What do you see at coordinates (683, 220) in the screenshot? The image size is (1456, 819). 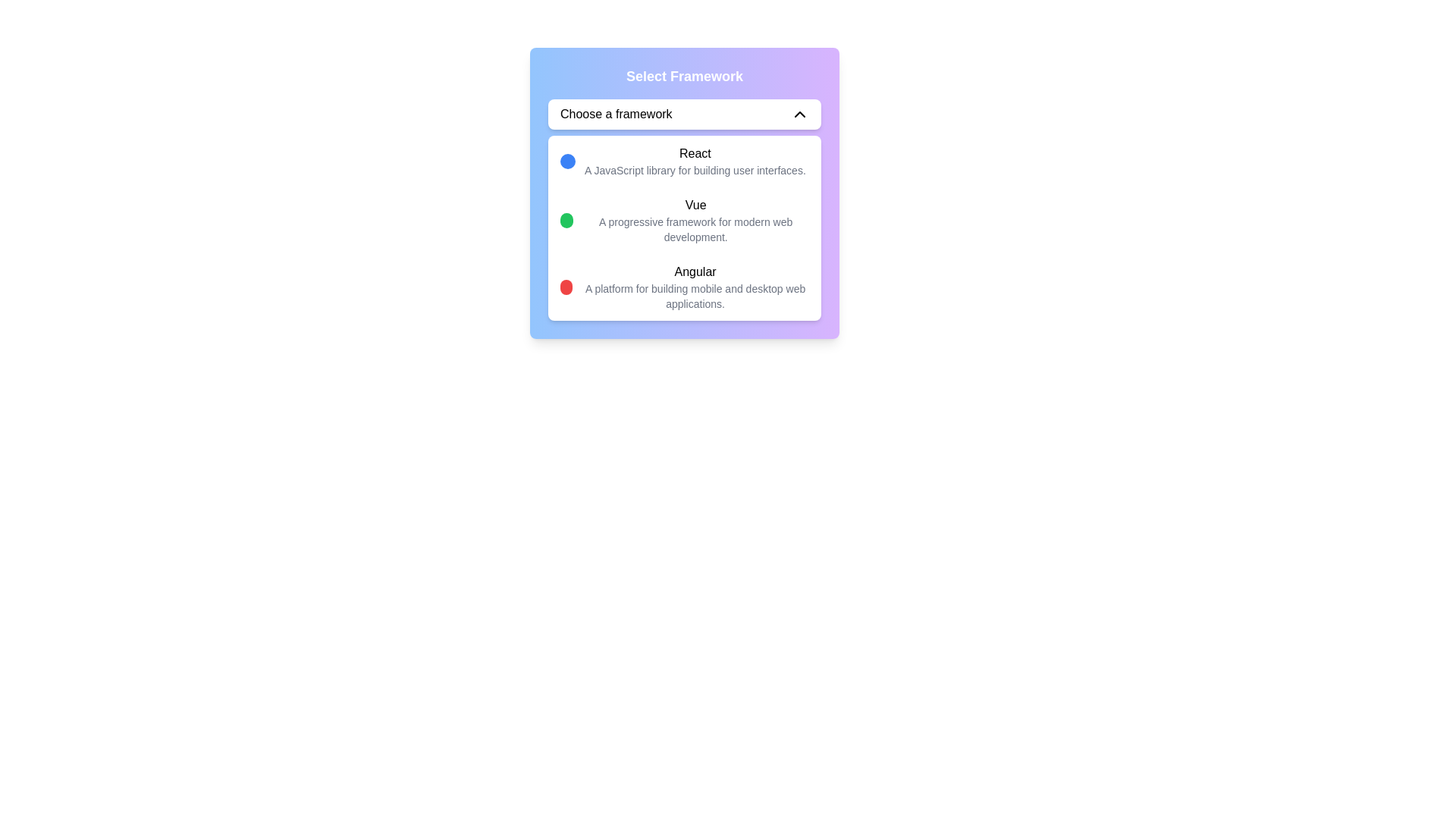 I see `the second list item in the dropdown menu` at bounding box center [683, 220].